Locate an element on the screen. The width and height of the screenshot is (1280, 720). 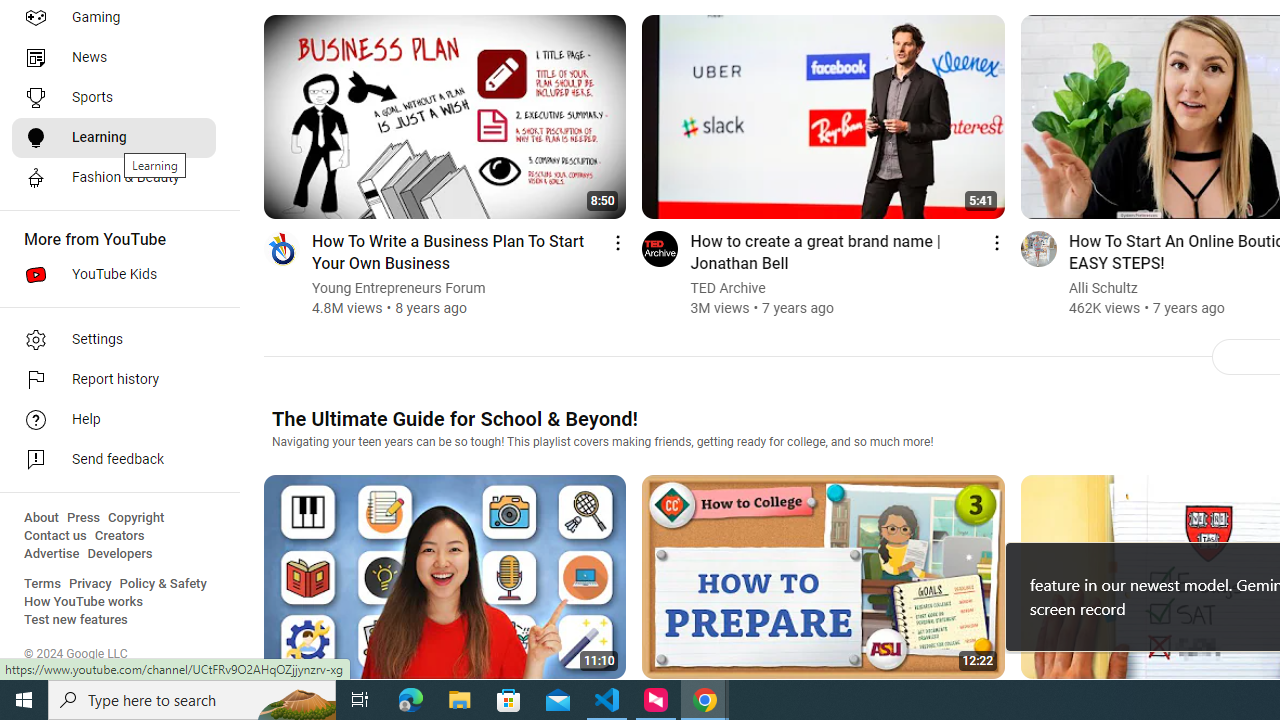
'Young Entrepreneurs Forum' is located at coordinates (399, 288).